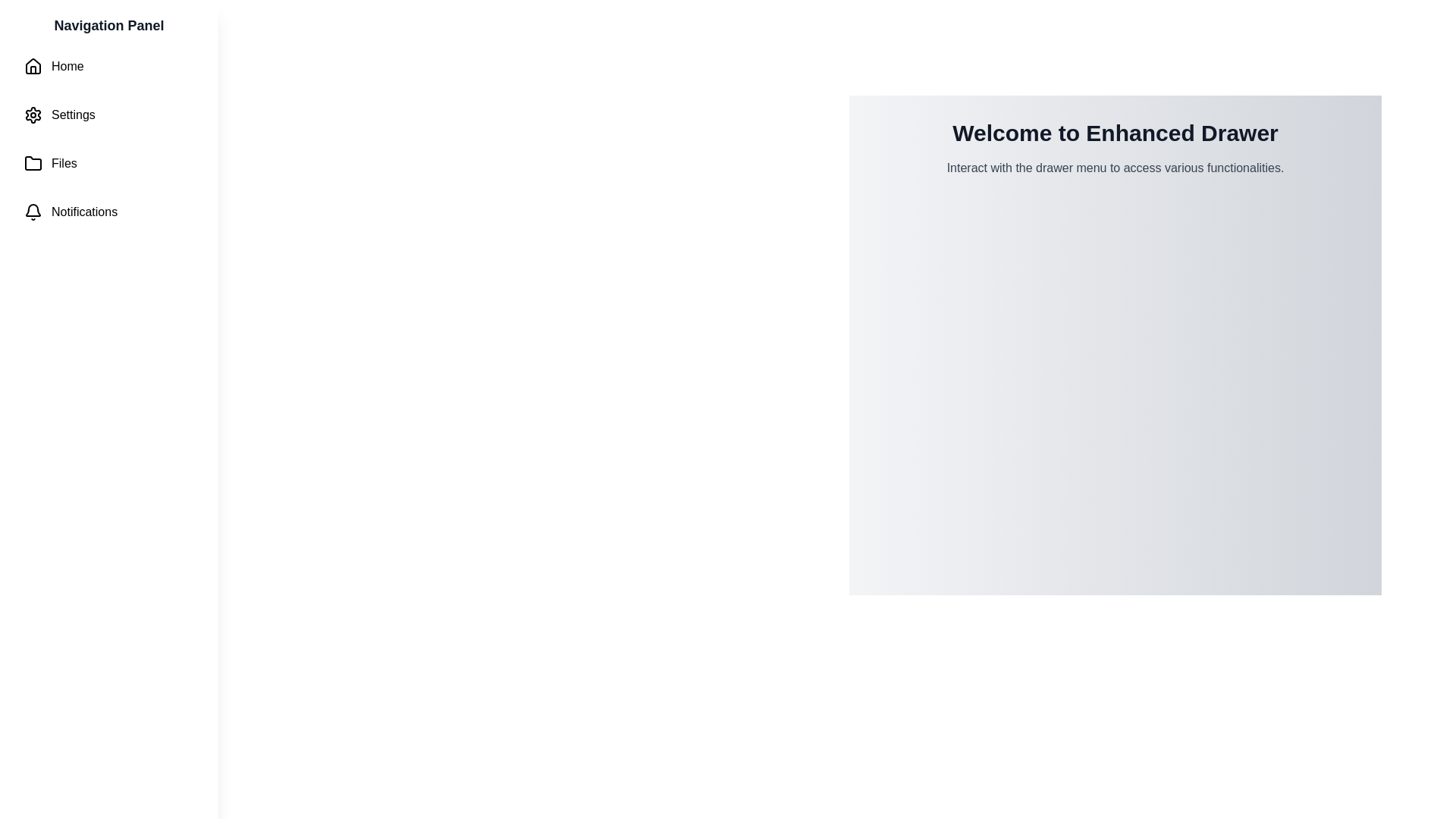 This screenshot has height=819, width=1456. I want to click on the 'Home' navigation button located at the top of the vertical list of navigation options, so click(108, 66).